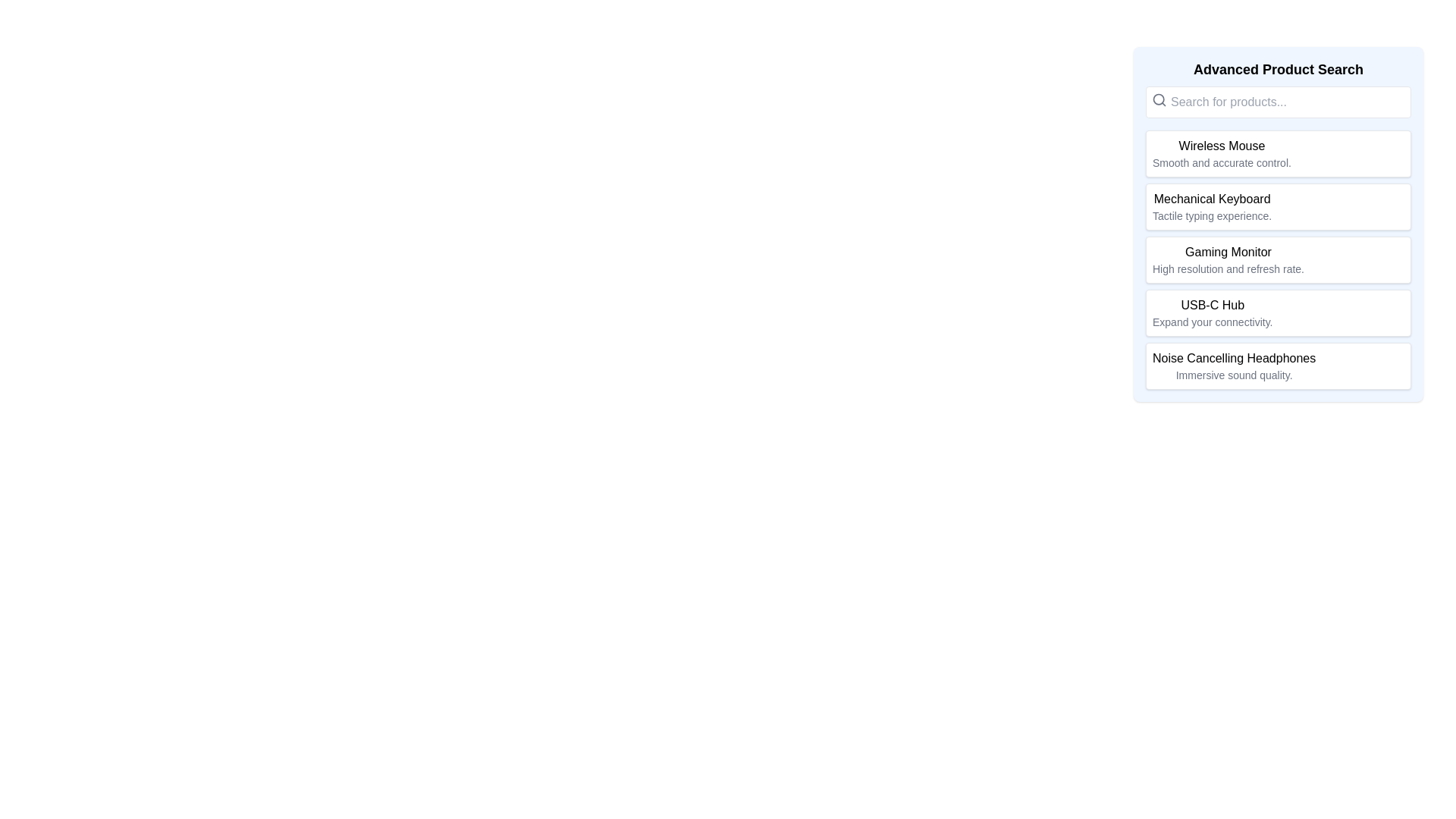 The image size is (1456, 819). Describe the element at coordinates (1211, 207) in the screenshot. I see `text from the Text label displaying 'Mechanical Keyboard' and 'Tactile typing experience.' which is located below 'Wireless Mouse' and above 'Gaming Monitor'` at that location.